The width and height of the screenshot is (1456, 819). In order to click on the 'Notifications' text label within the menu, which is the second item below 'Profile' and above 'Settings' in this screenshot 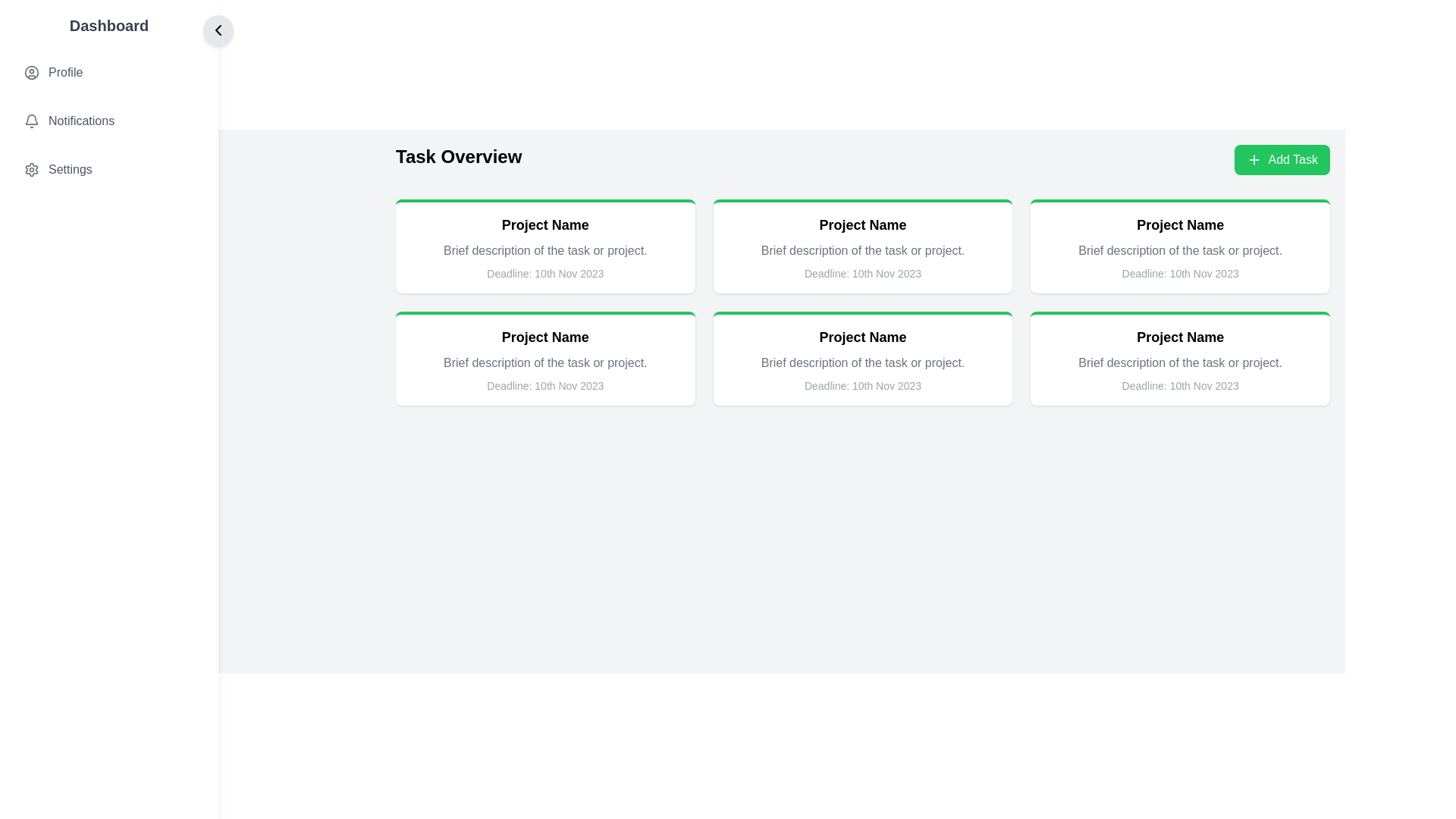, I will do `click(80, 120)`.